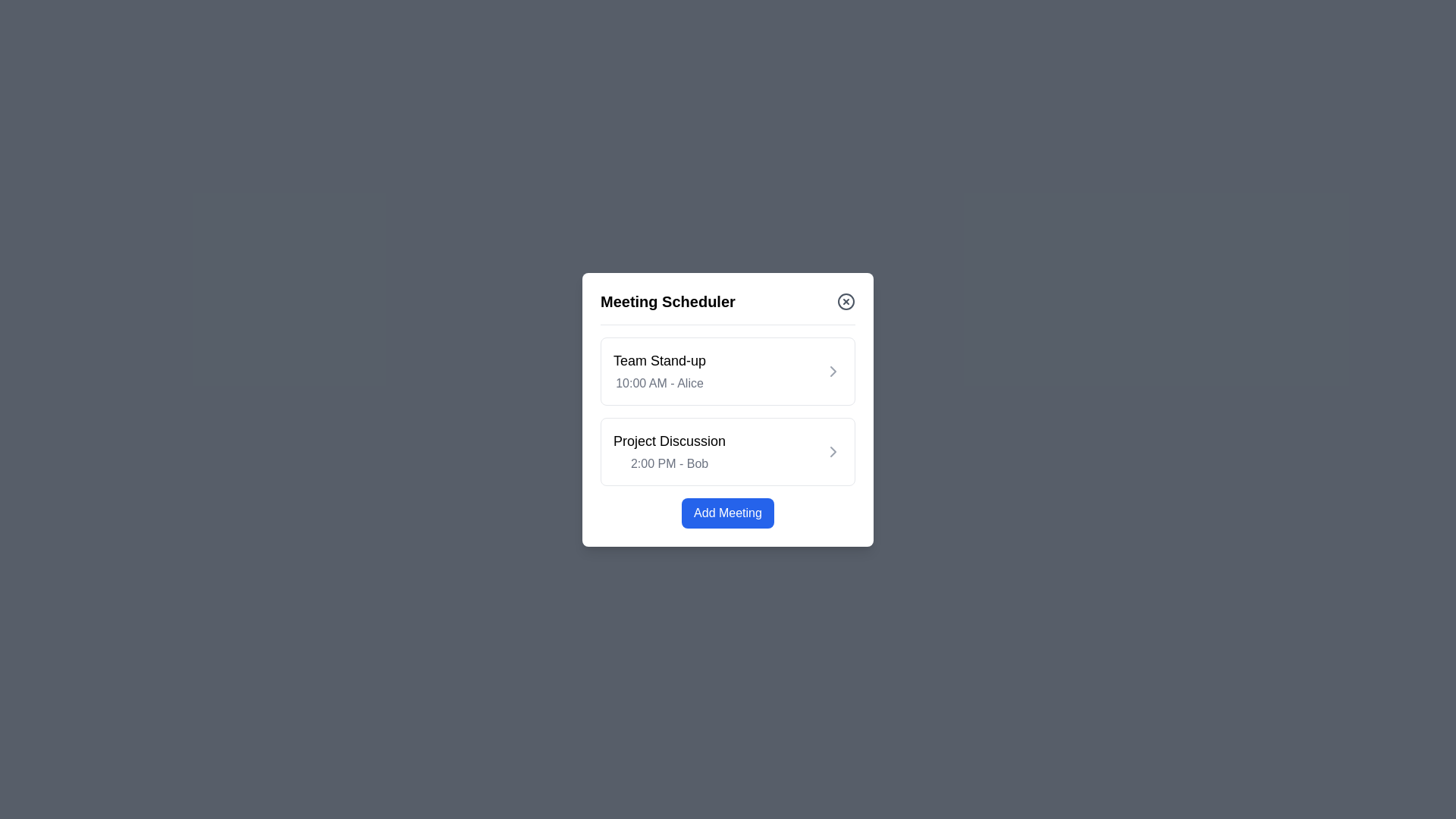  Describe the element at coordinates (669, 450) in the screenshot. I see `the text block containing 'Project Discussion' and '2:00 PM - Bob' in the 'Meeting Scheduler' modal, which is the second entry in the list` at that location.